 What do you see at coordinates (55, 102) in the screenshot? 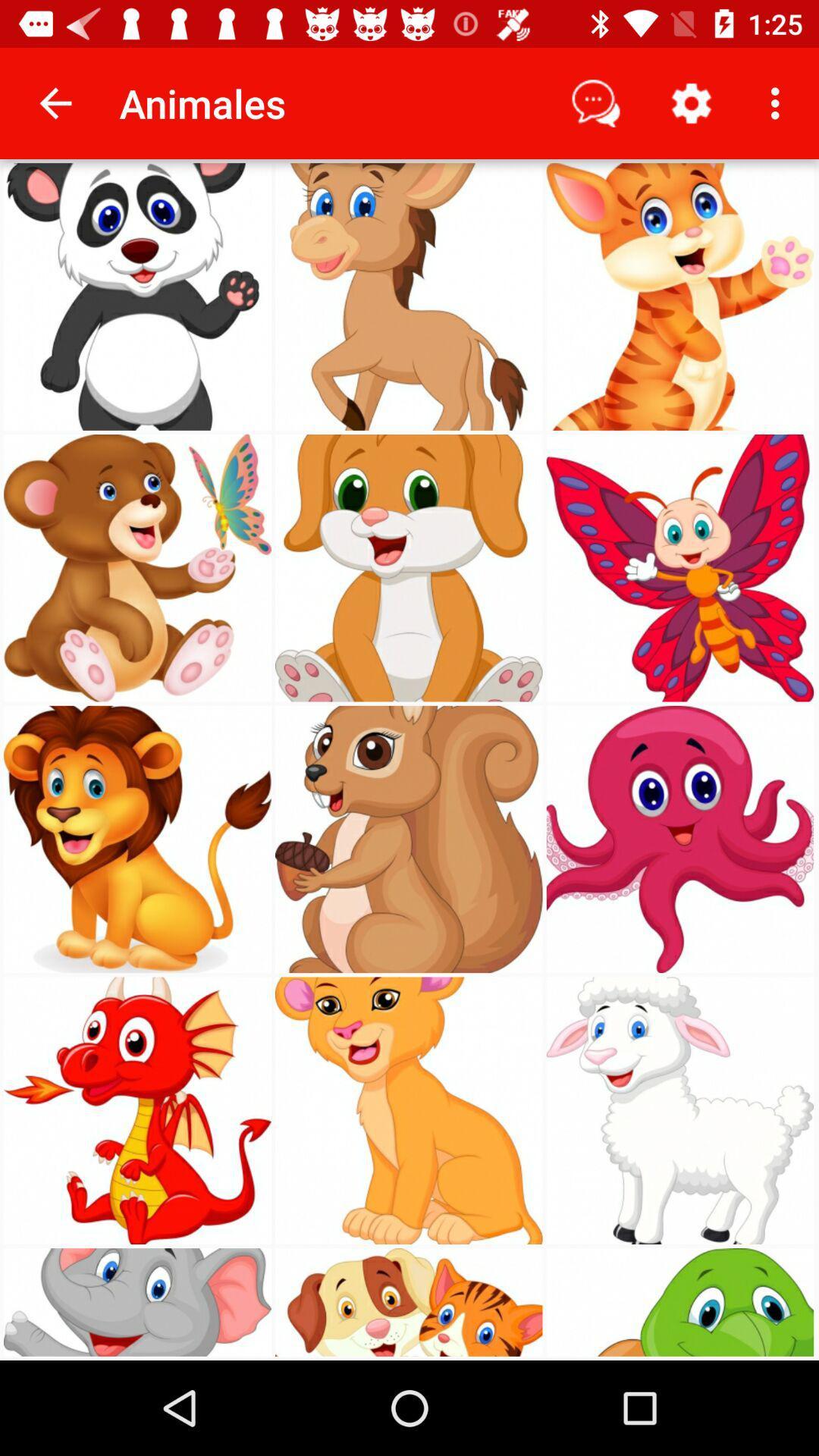
I see `item to the left of animales item` at bounding box center [55, 102].